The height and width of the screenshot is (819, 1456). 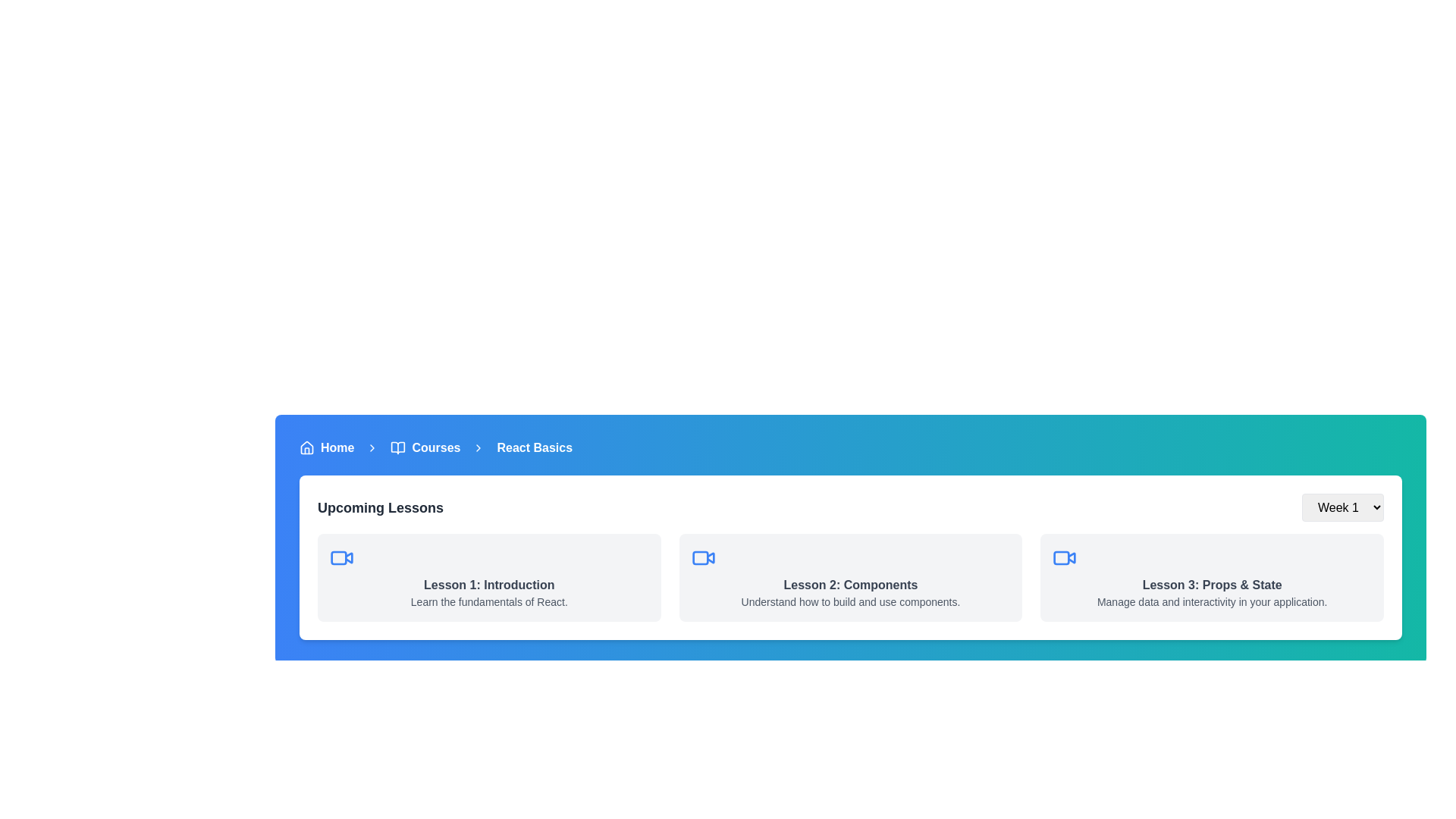 What do you see at coordinates (398, 447) in the screenshot?
I see `the small open book icon situated in the navigation bar, located to the left of the 'Courses' label and right of the 'Home' link, which is styled with white color against a blue background` at bounding box center [398, 447].